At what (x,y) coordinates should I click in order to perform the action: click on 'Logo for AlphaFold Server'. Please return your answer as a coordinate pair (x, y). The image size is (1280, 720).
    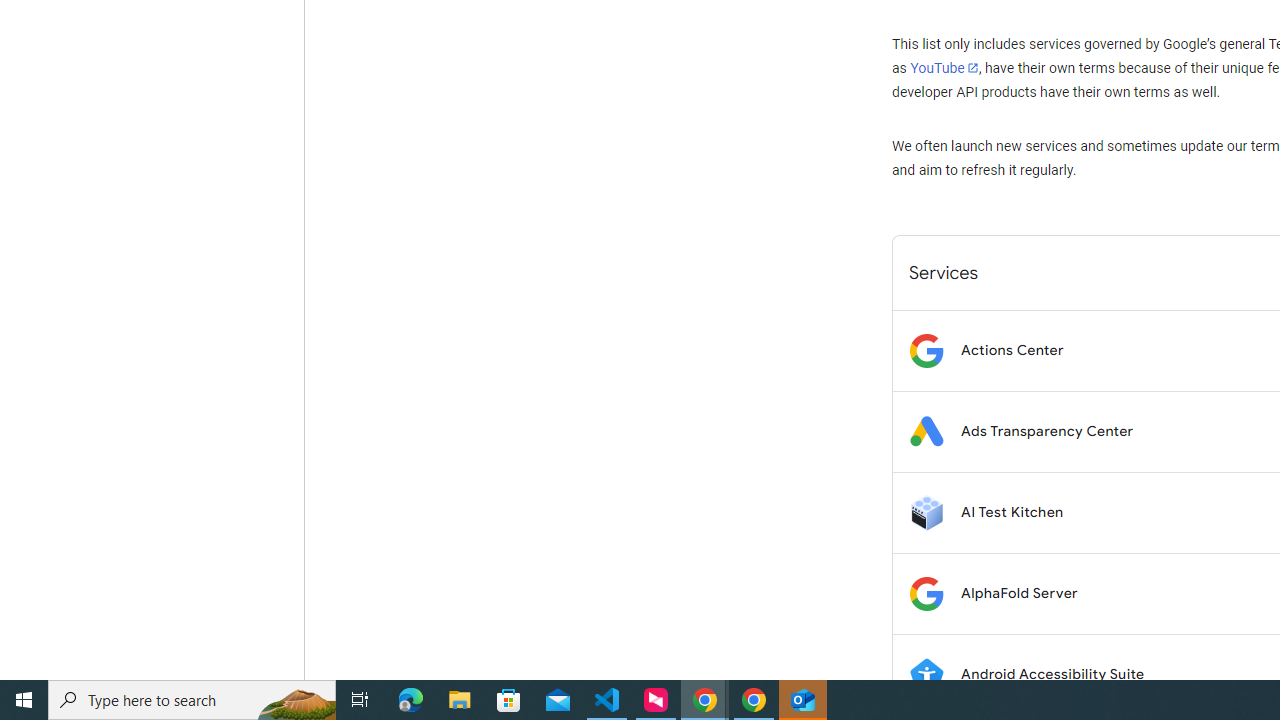
    Looking at the image, I should click on (925, 592).